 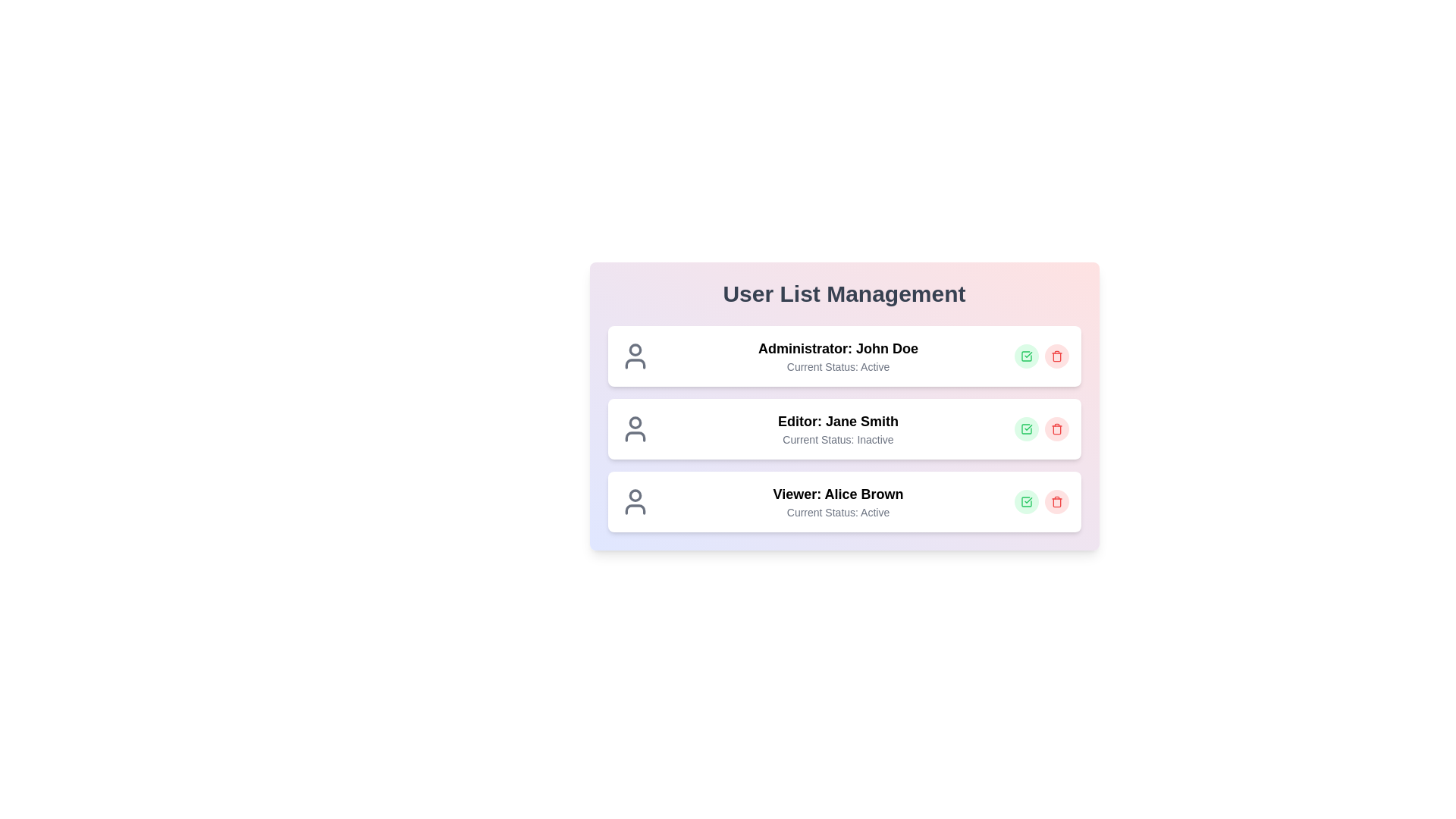 What do you see at coordinates (837, 494) in the screenshot?
I see `text label displaying 'Viewer: Alice Brown', which is styled in bold and larger font and is part of the user management interface` at bounding box center [837, 494].